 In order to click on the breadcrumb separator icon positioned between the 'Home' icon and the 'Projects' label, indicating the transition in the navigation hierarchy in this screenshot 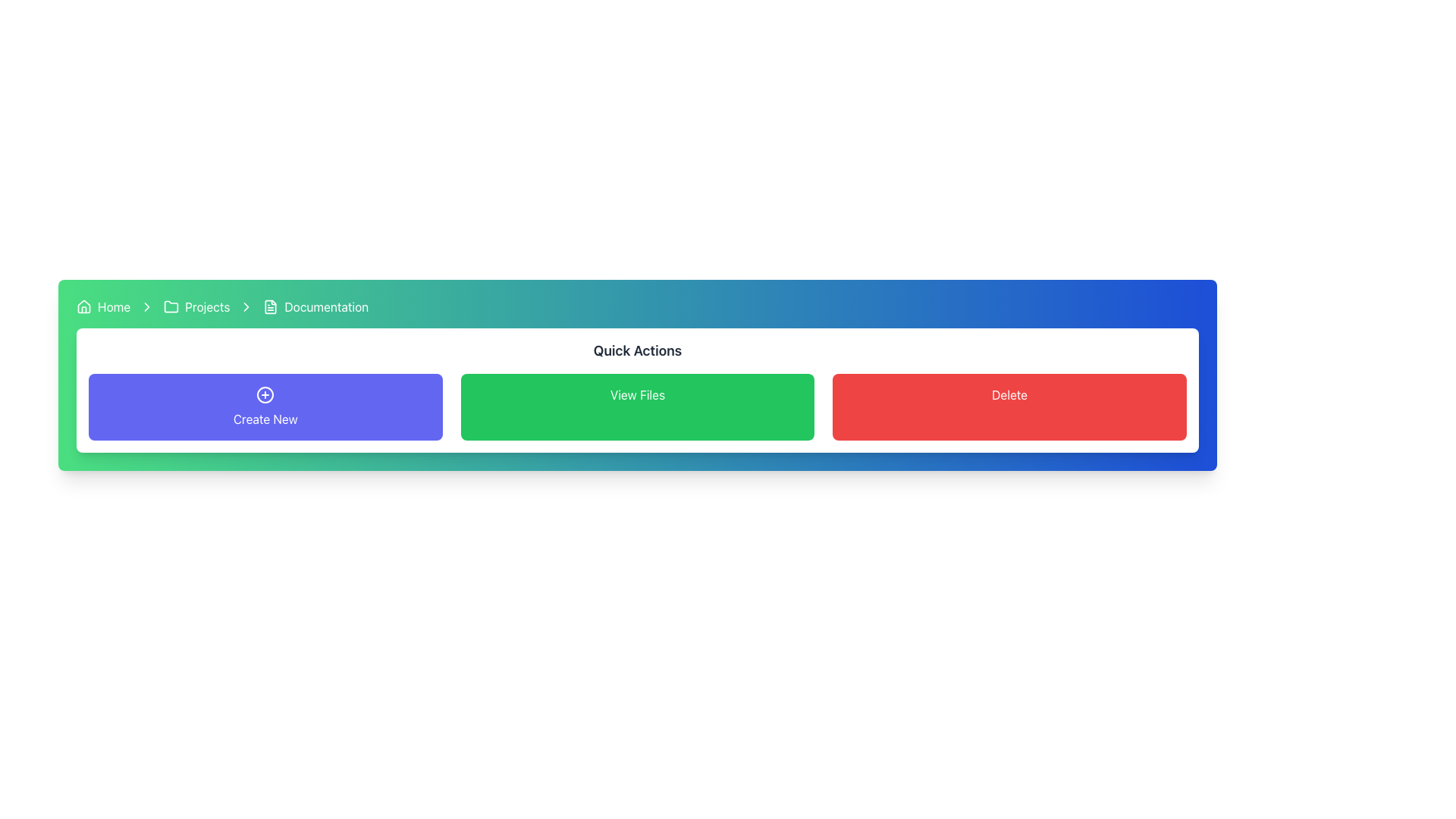, I will do `click(246, 307)`.